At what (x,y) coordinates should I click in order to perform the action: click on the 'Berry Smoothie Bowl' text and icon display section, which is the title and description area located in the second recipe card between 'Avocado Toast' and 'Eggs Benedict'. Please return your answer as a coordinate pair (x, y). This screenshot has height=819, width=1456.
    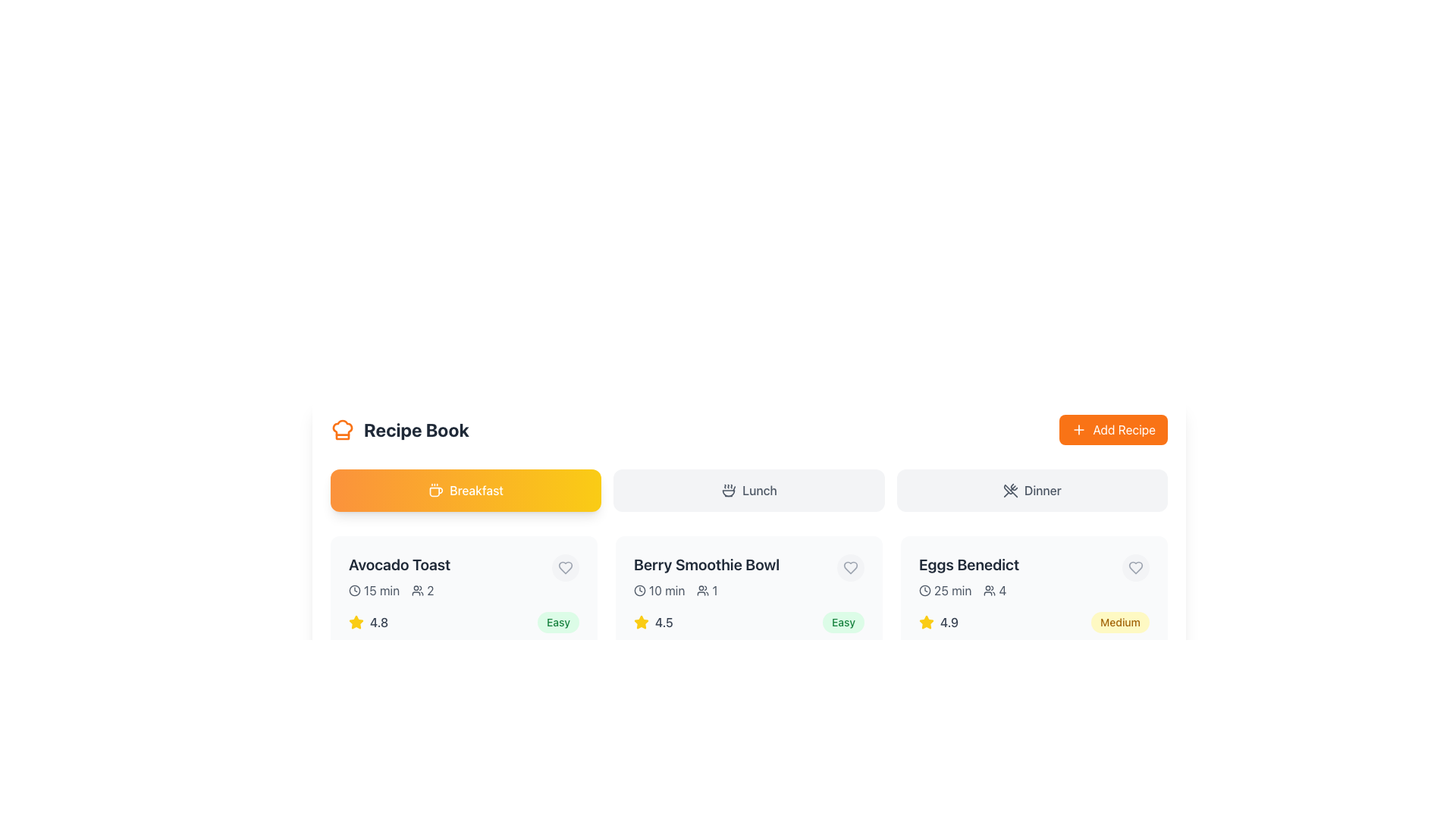
    Looking at the image, I should click on (749, 576).